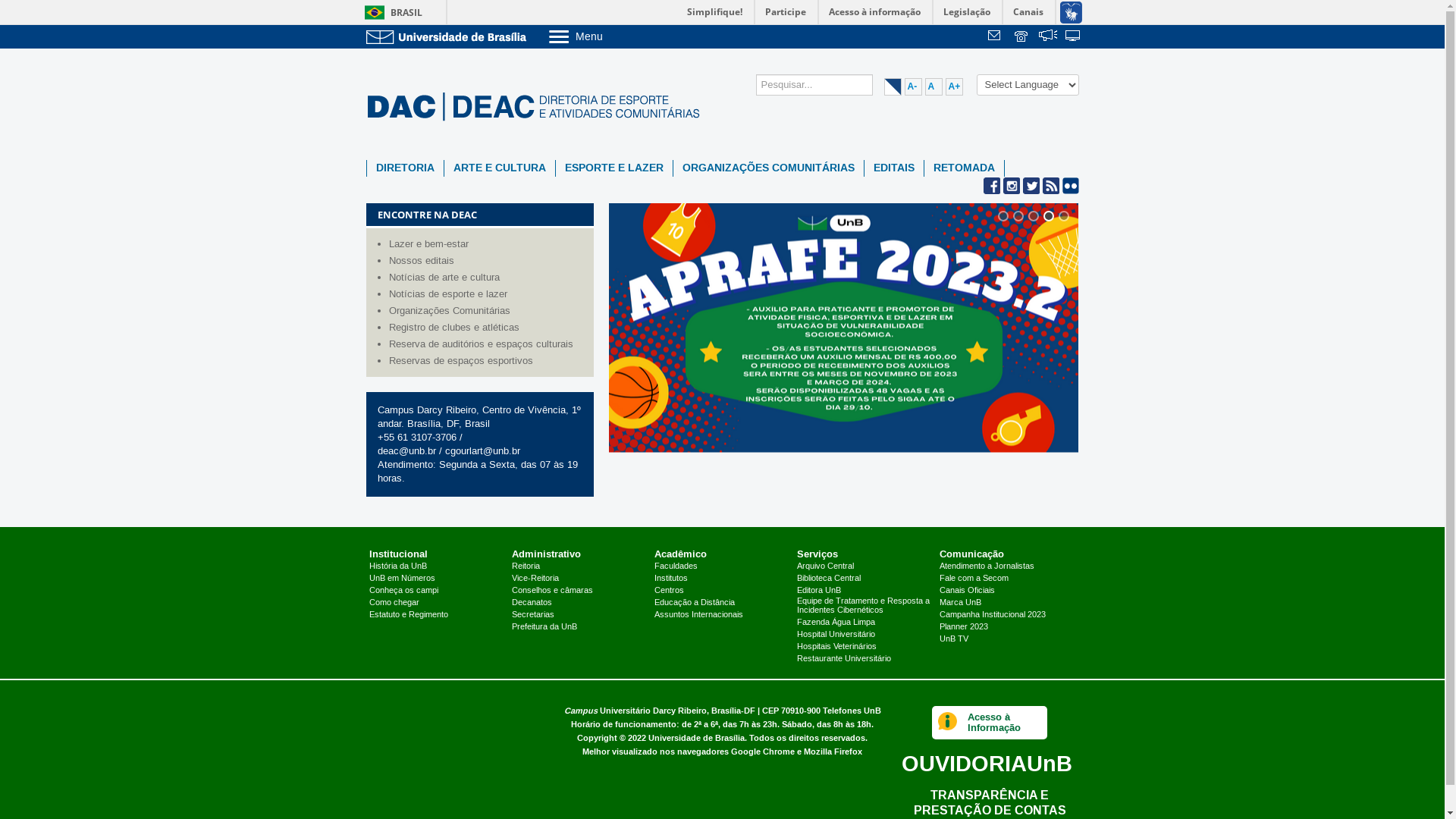  Describe the element at coordinates (903, 86) in the screenshot. I see `'A-'` at that location.